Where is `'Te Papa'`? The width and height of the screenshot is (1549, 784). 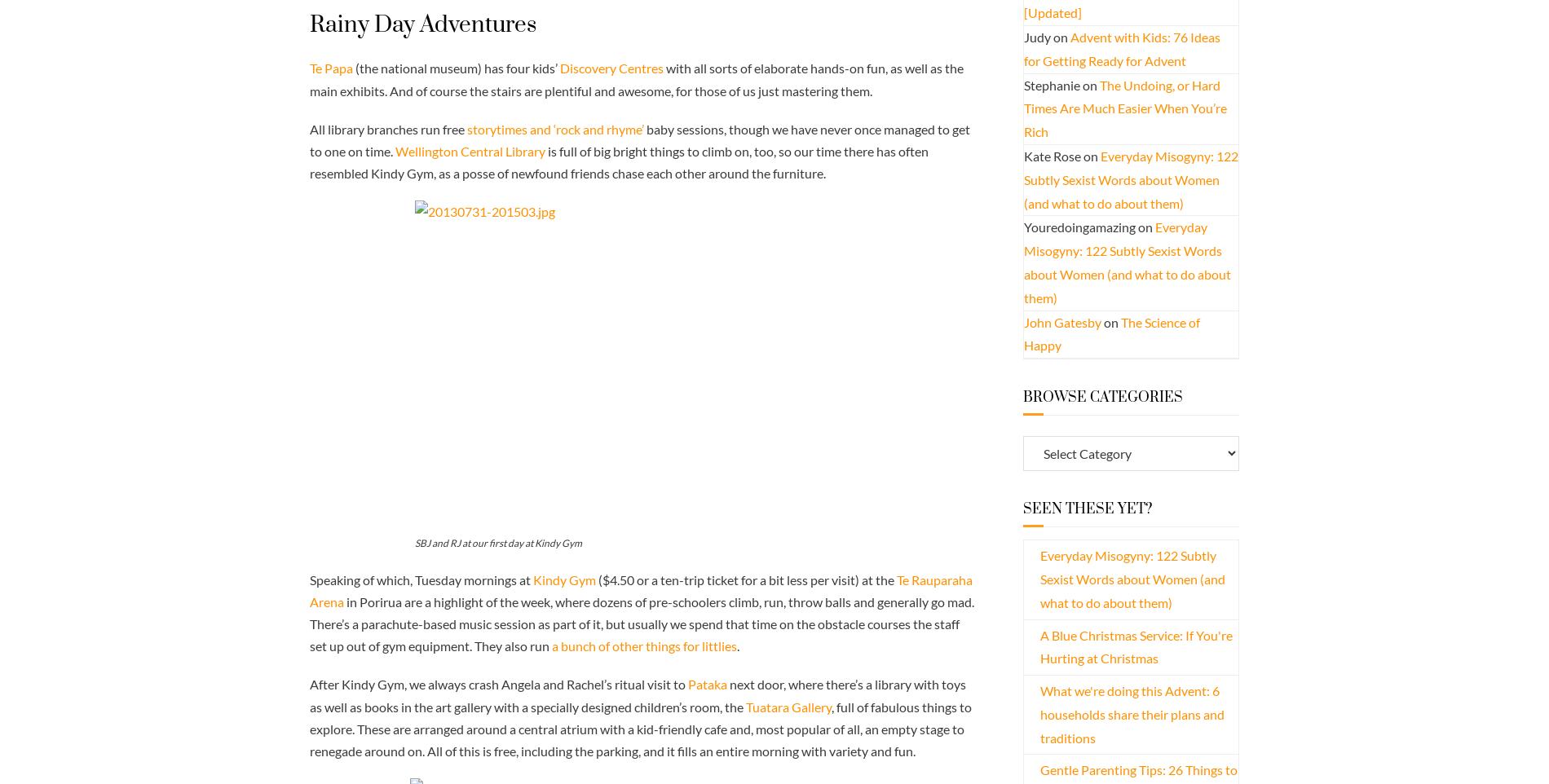 'Te Papa' is located at coordinates (309, 68).